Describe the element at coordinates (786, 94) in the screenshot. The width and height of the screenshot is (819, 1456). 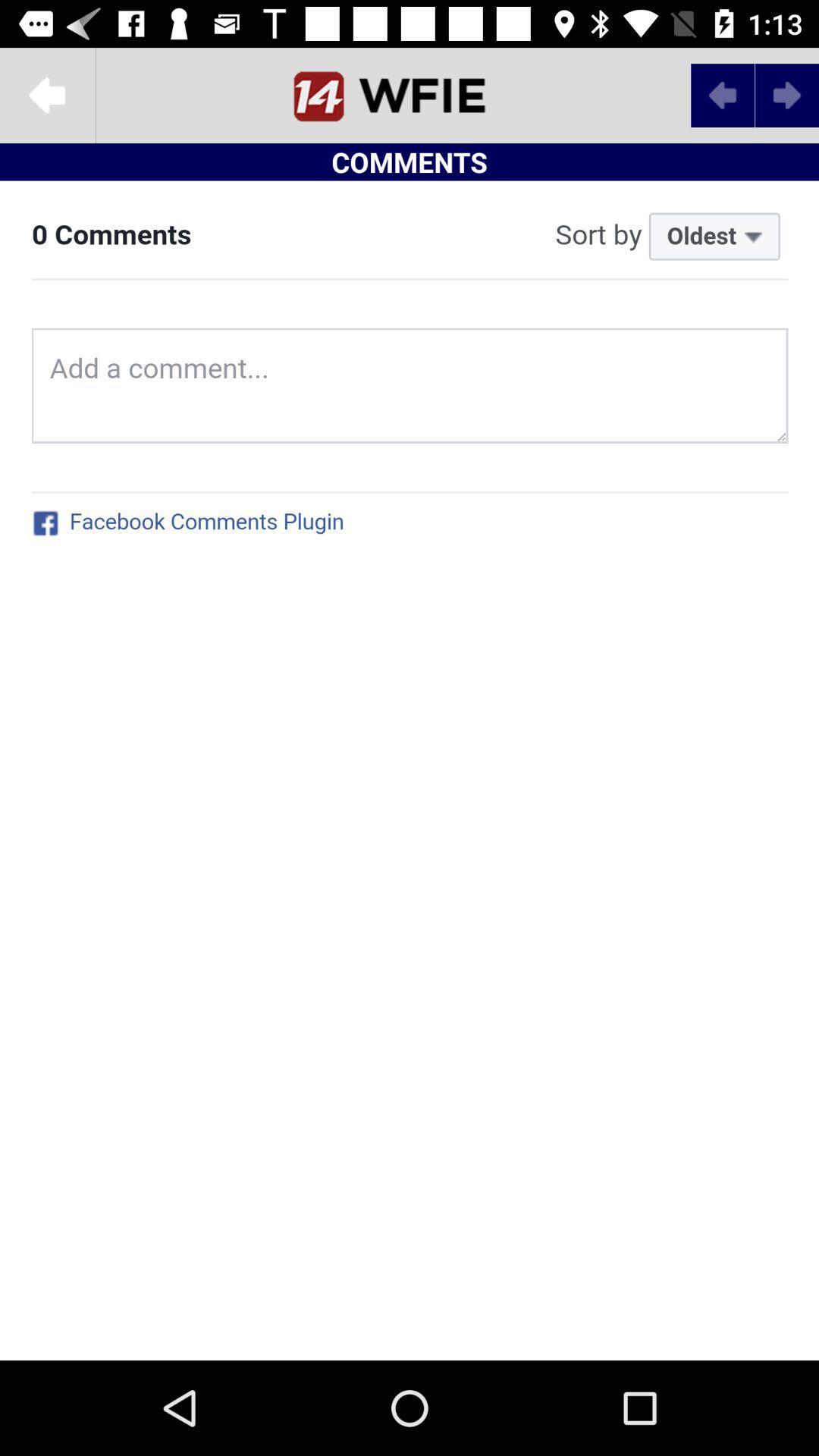
I see `go forward` at that location.